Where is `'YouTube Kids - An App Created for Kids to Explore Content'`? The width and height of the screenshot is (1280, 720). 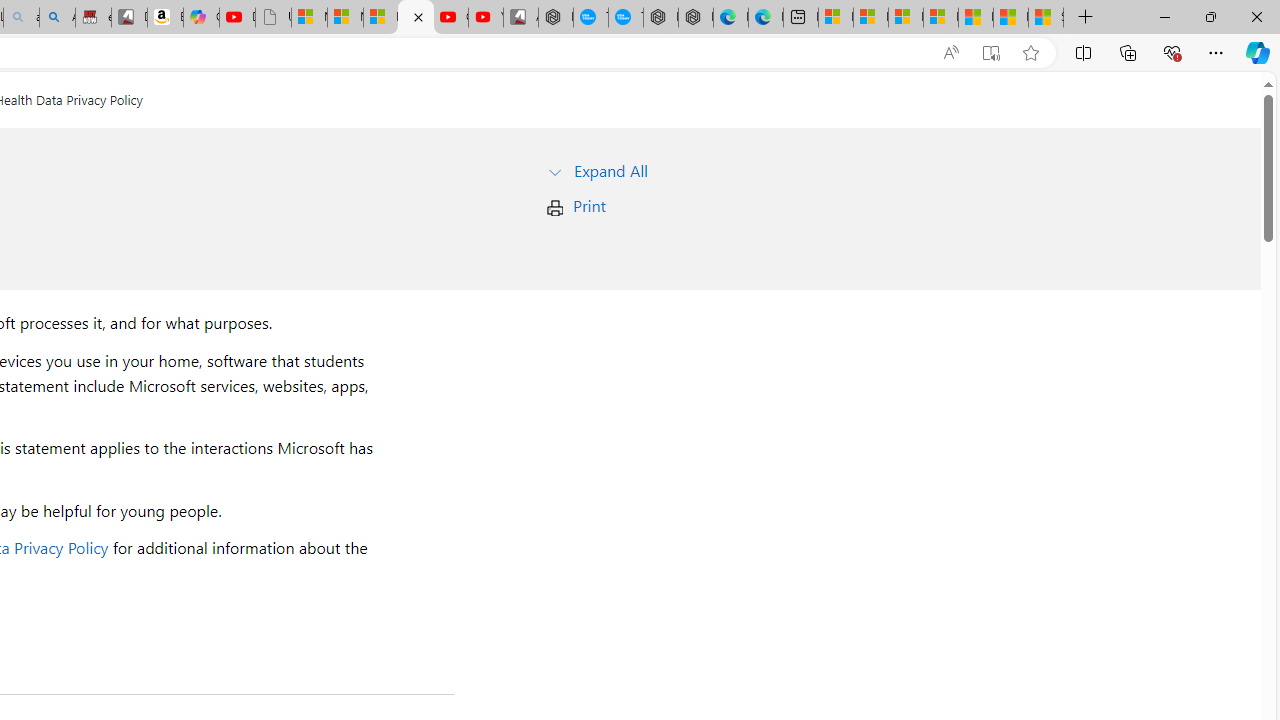
'YouTube Kids - An App Created for Kids to Explore Content' is located at coordinates (485, 17).